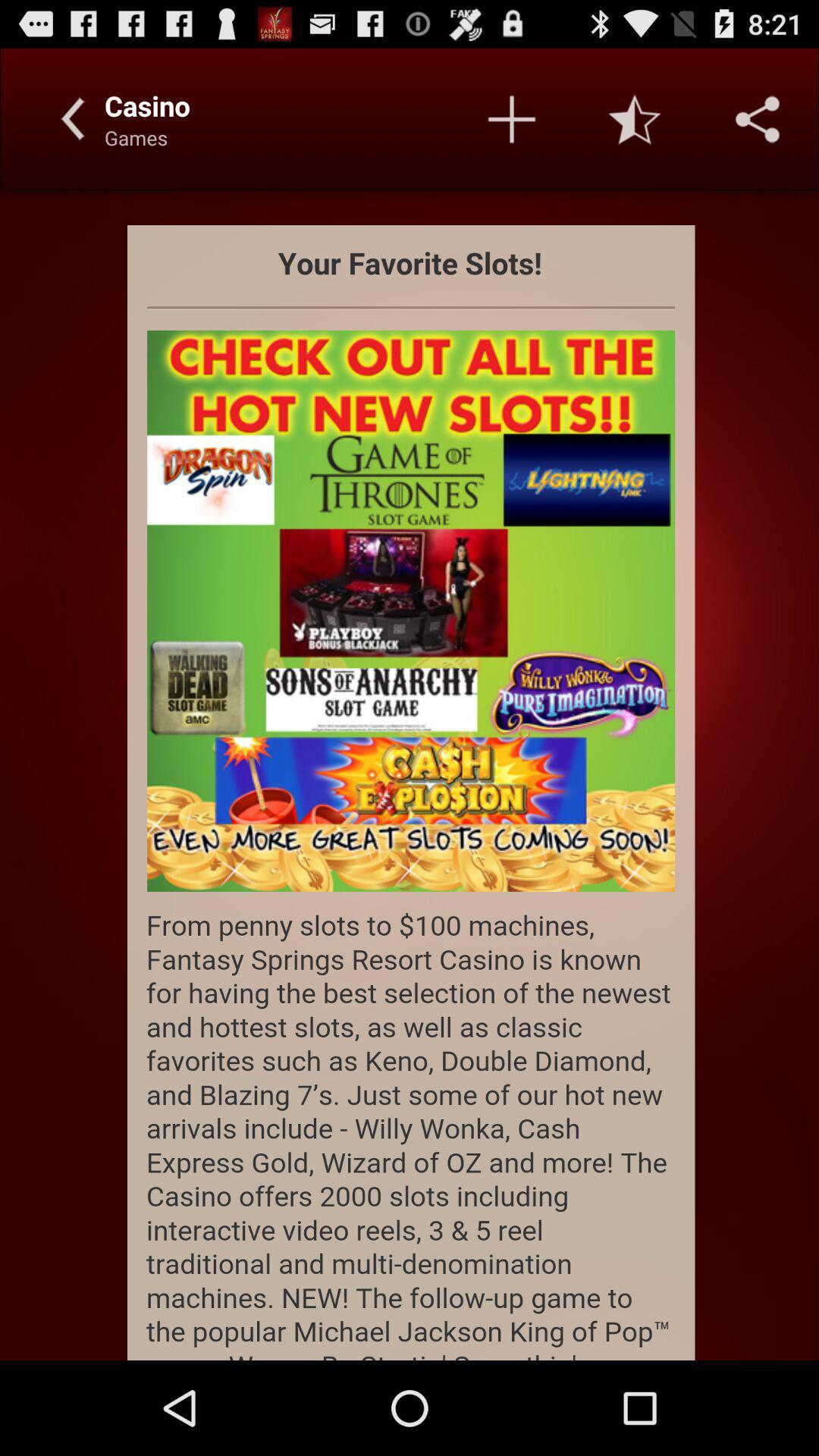  Describe the element at coordinates (758, 118) in the screenshot. I see `share the image` at that location.